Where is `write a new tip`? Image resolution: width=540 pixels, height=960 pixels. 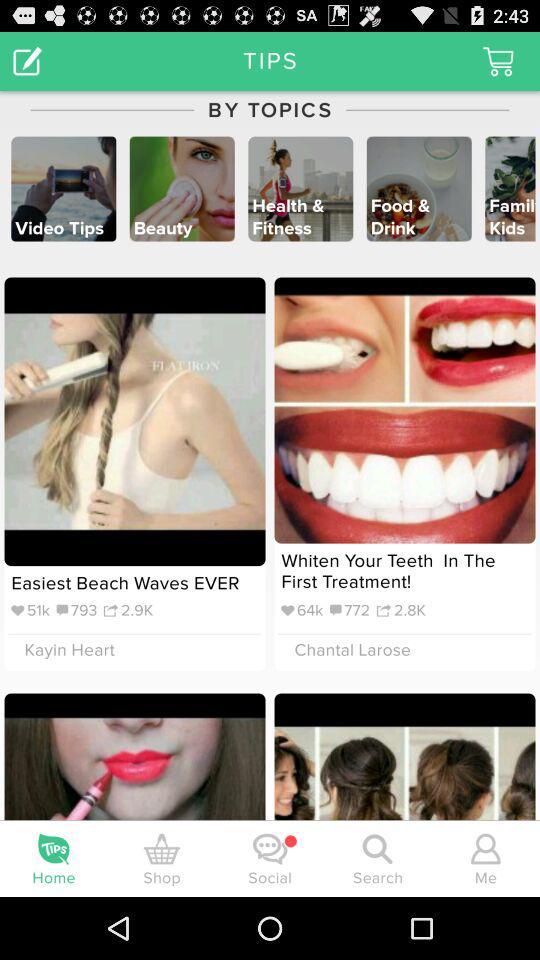
write a new tip is located at coordinates (26, 59).